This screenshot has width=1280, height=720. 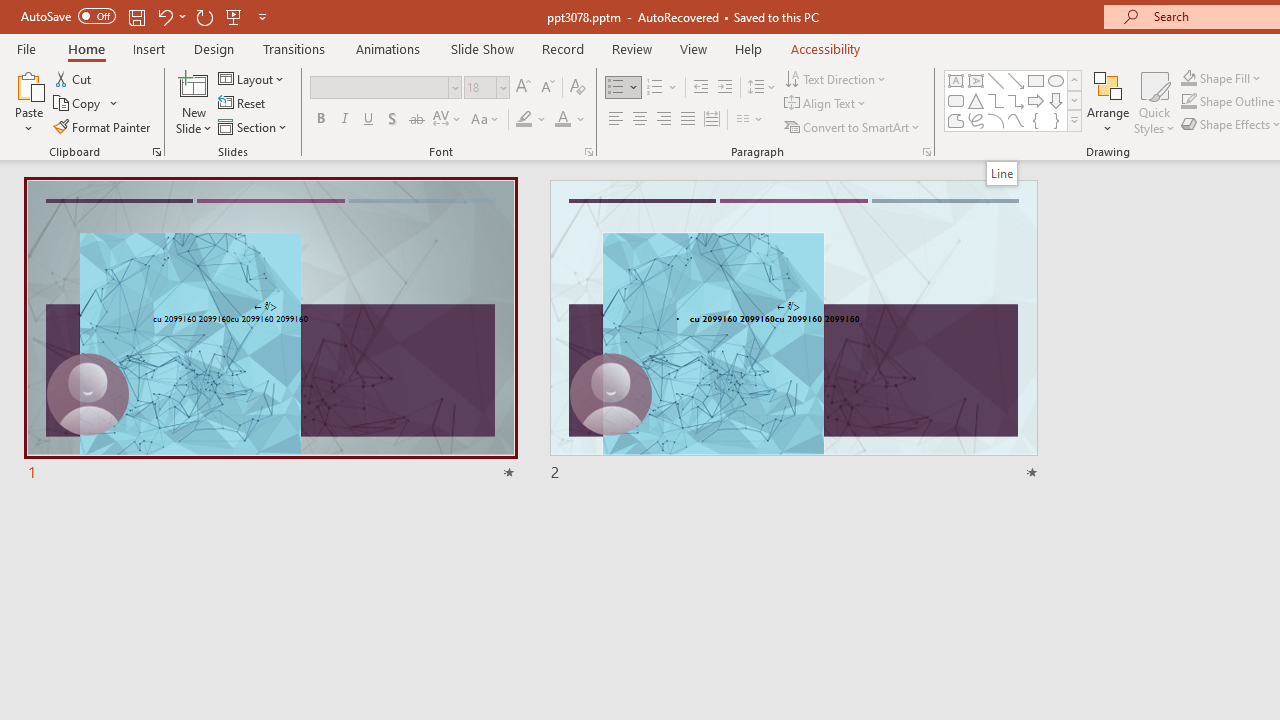 What do you see at coordinates (976, 80) in the screenshot?
I see `'Vertical Text Box'` at bounding box center [976, 80].